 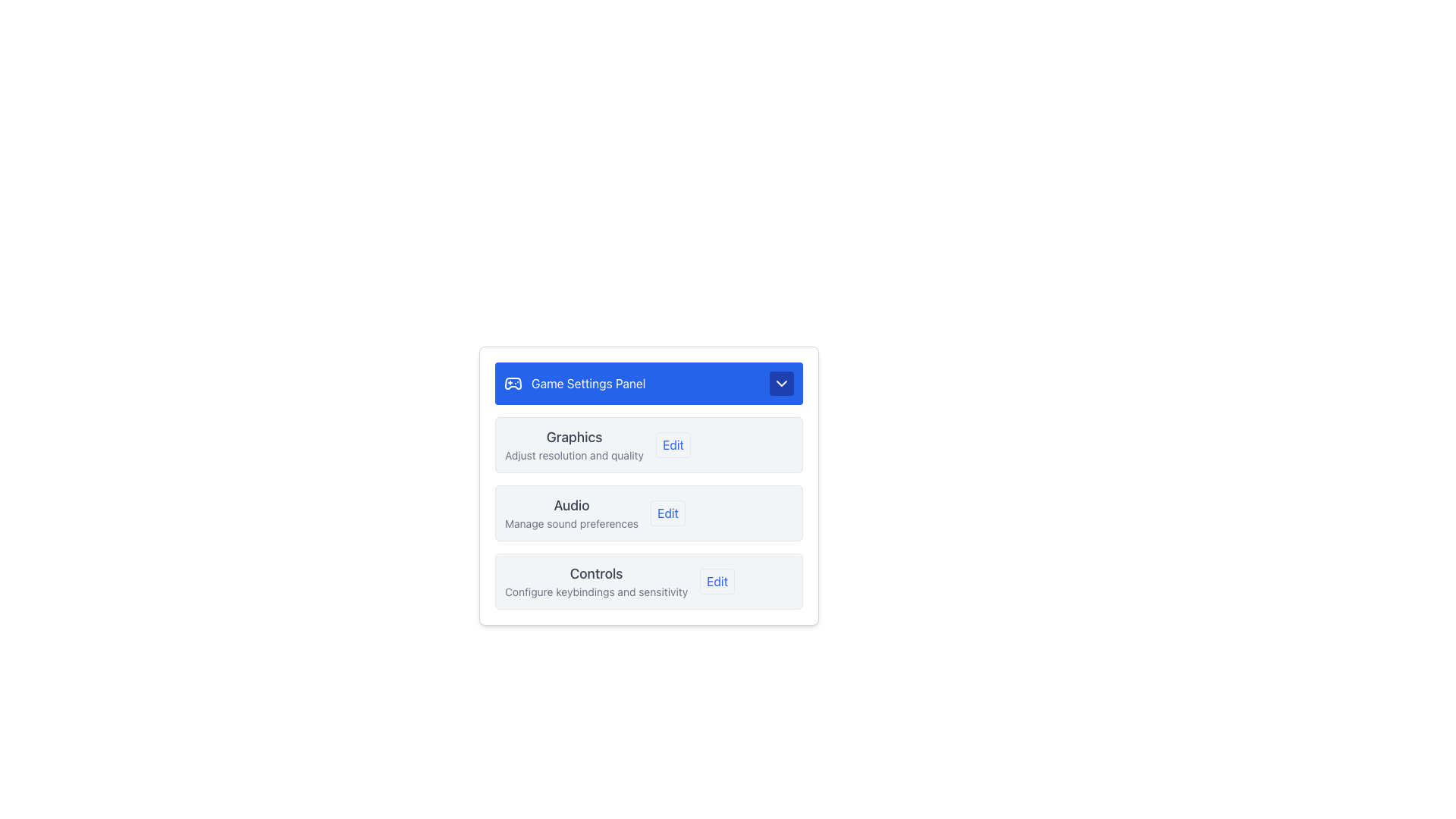 What do you see at coordinates (573, 455) in the screenshot?
I see `the descriptive text label providing additional information about the 'Graphics' settings, located below the 'Graphics' header in the settings panel` at bounding box center [573, 455].